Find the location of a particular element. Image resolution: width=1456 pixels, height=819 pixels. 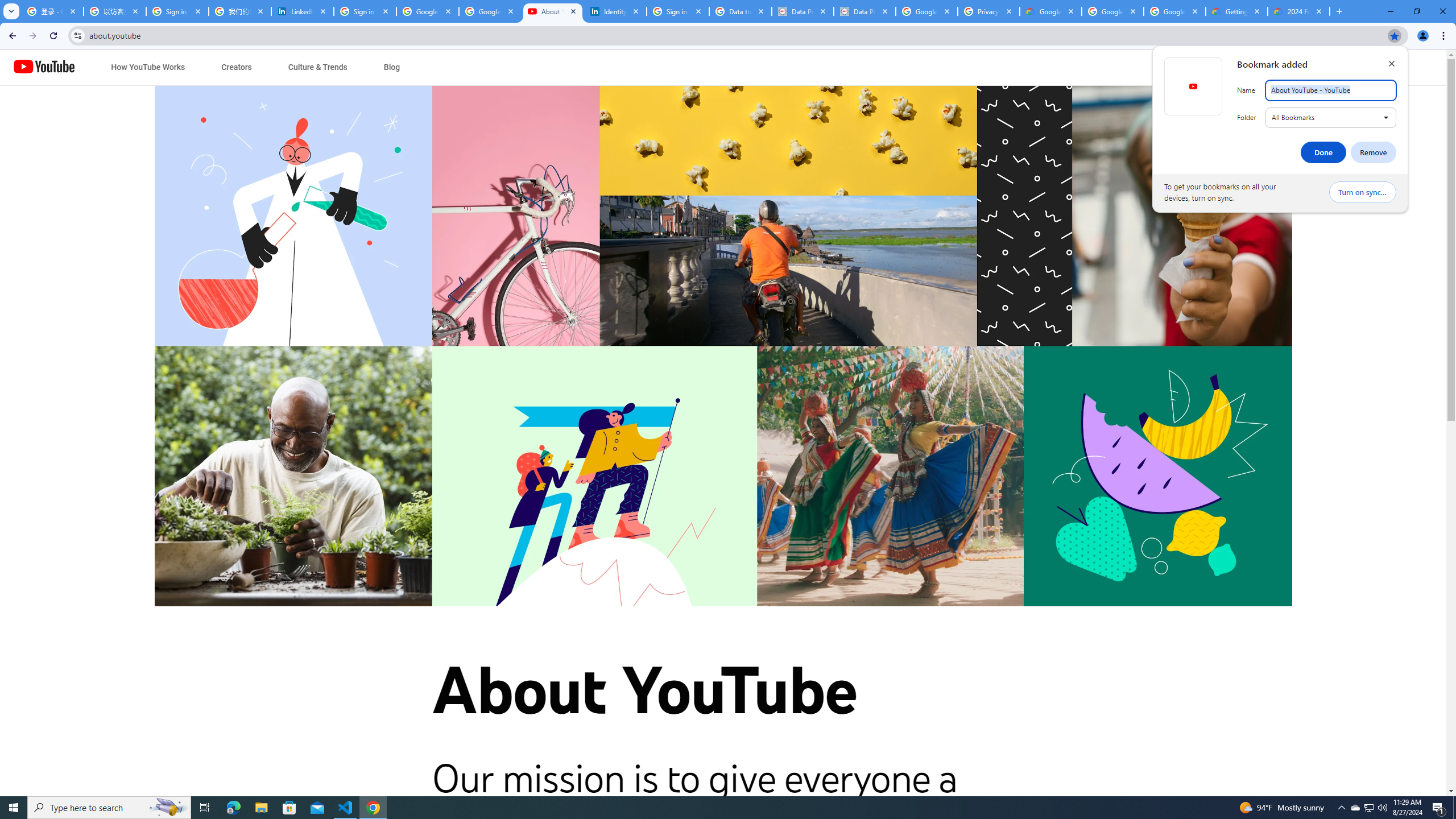

'User Promoted Notification Area' is located at coordinates (1368, 806).